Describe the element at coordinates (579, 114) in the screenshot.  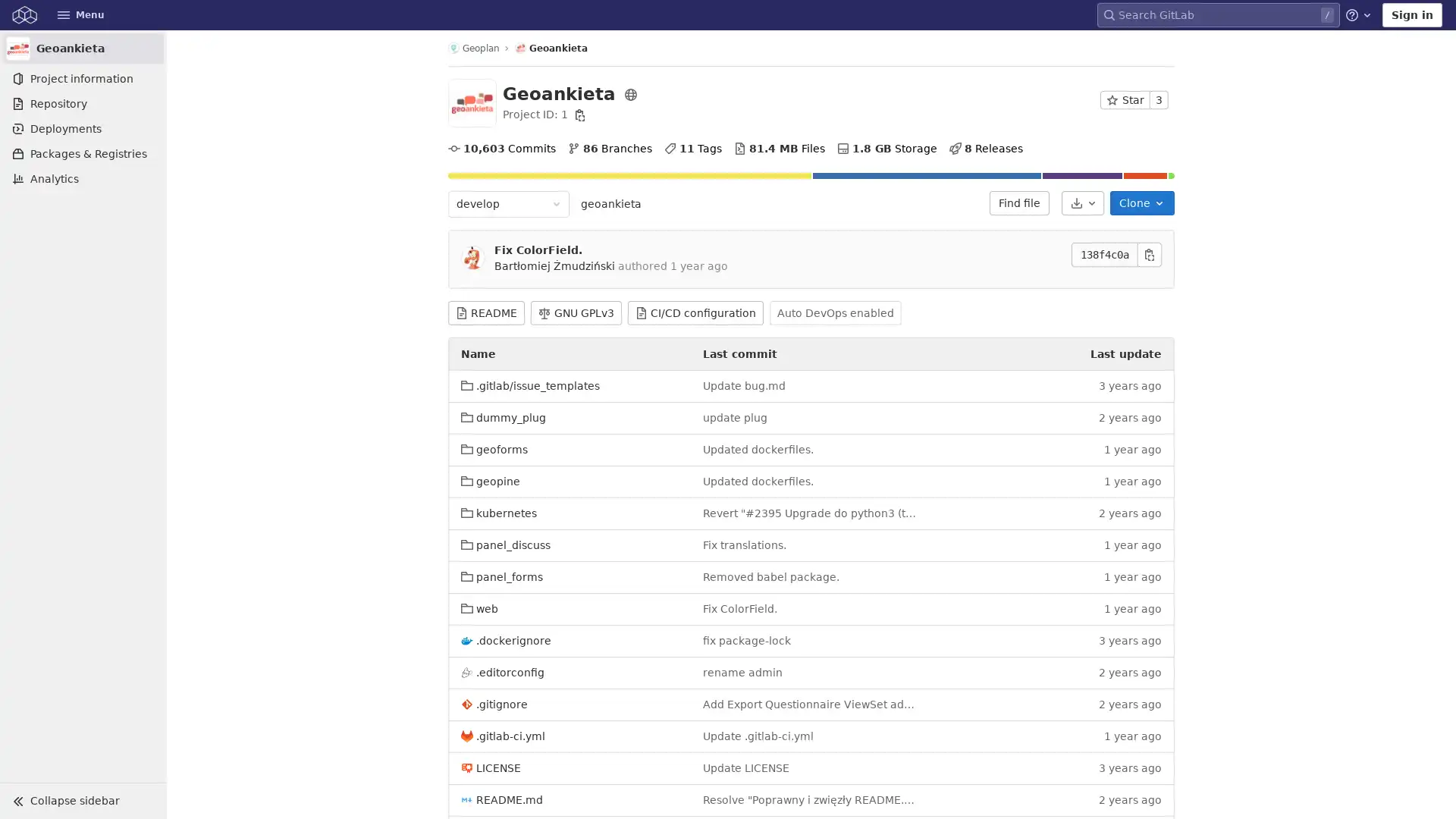
I see `Copy project ID` at that location.